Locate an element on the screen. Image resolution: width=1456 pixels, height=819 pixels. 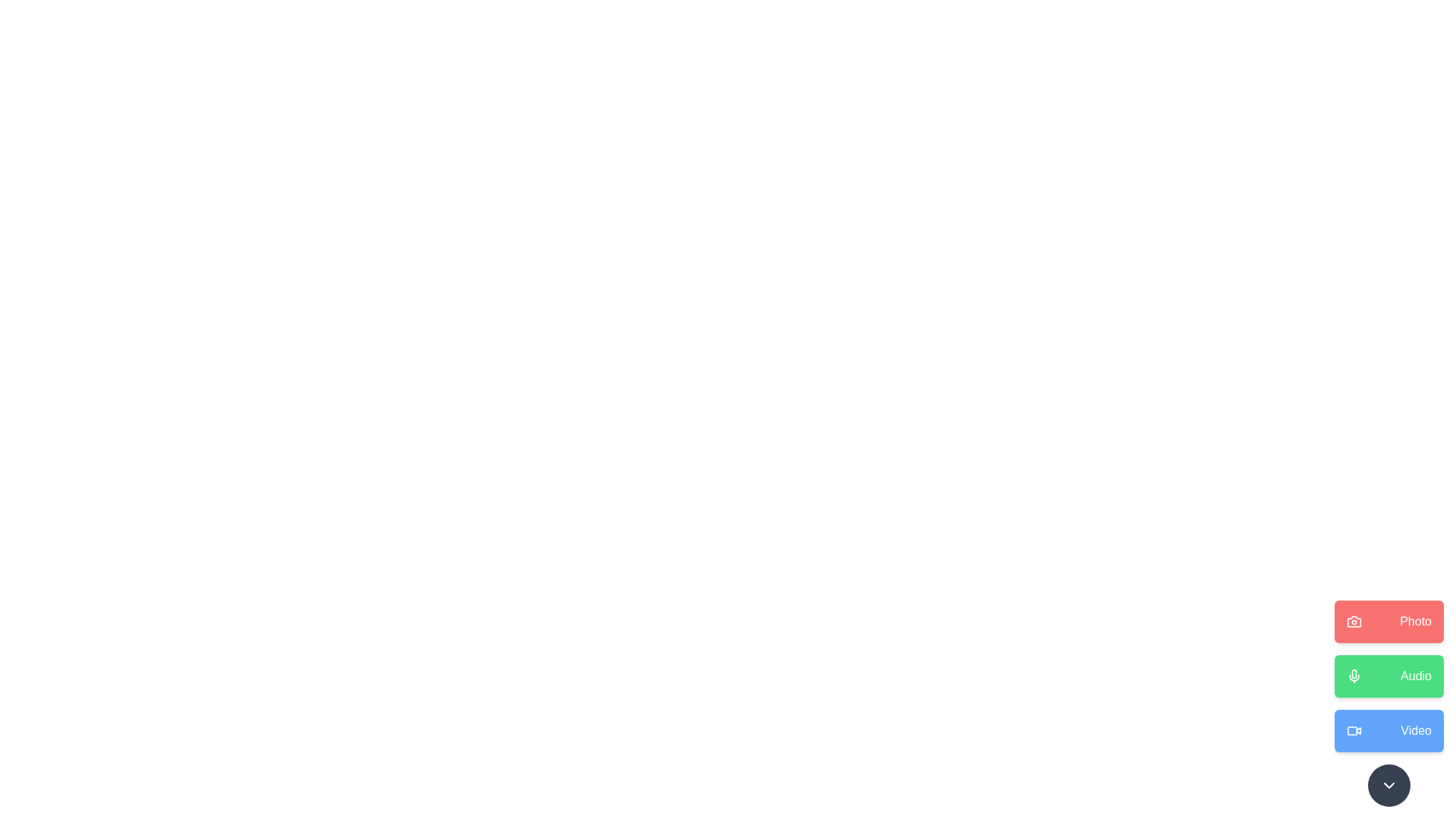
the 'Audio' button to trigger the 'Audio' action is located at coordinates (1389, 675).